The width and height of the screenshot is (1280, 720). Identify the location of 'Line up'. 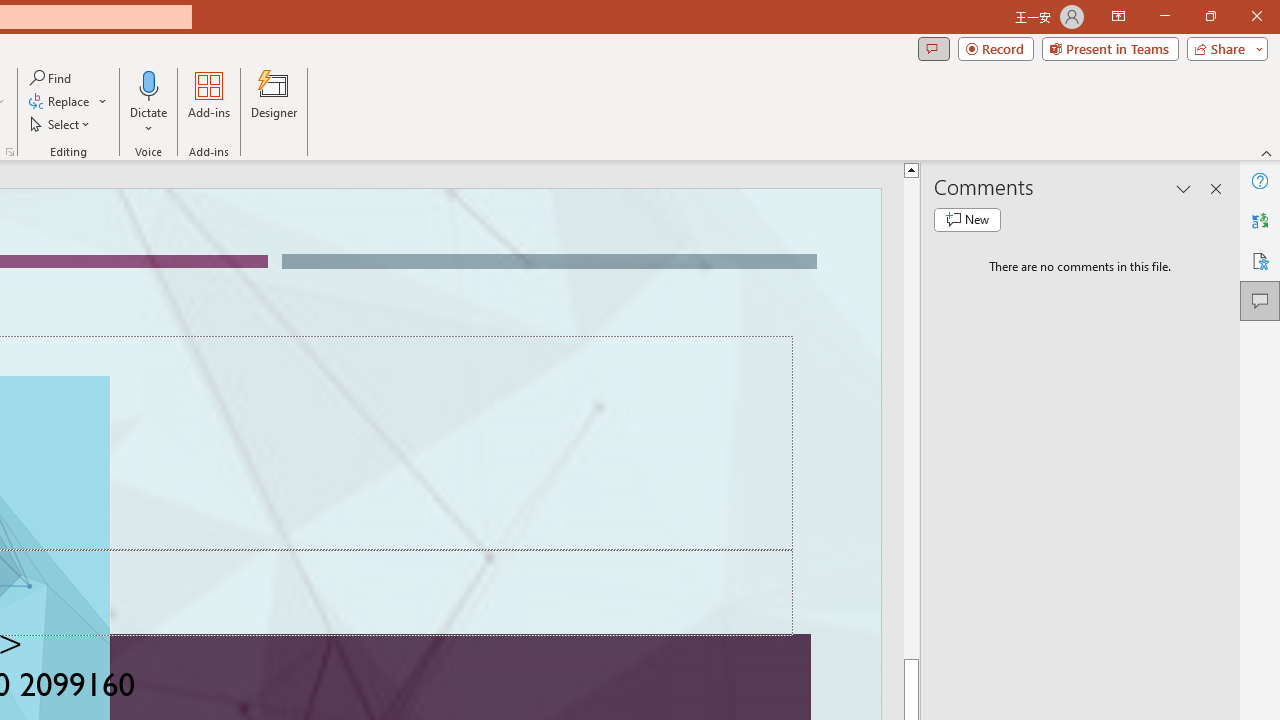
(910, 168).